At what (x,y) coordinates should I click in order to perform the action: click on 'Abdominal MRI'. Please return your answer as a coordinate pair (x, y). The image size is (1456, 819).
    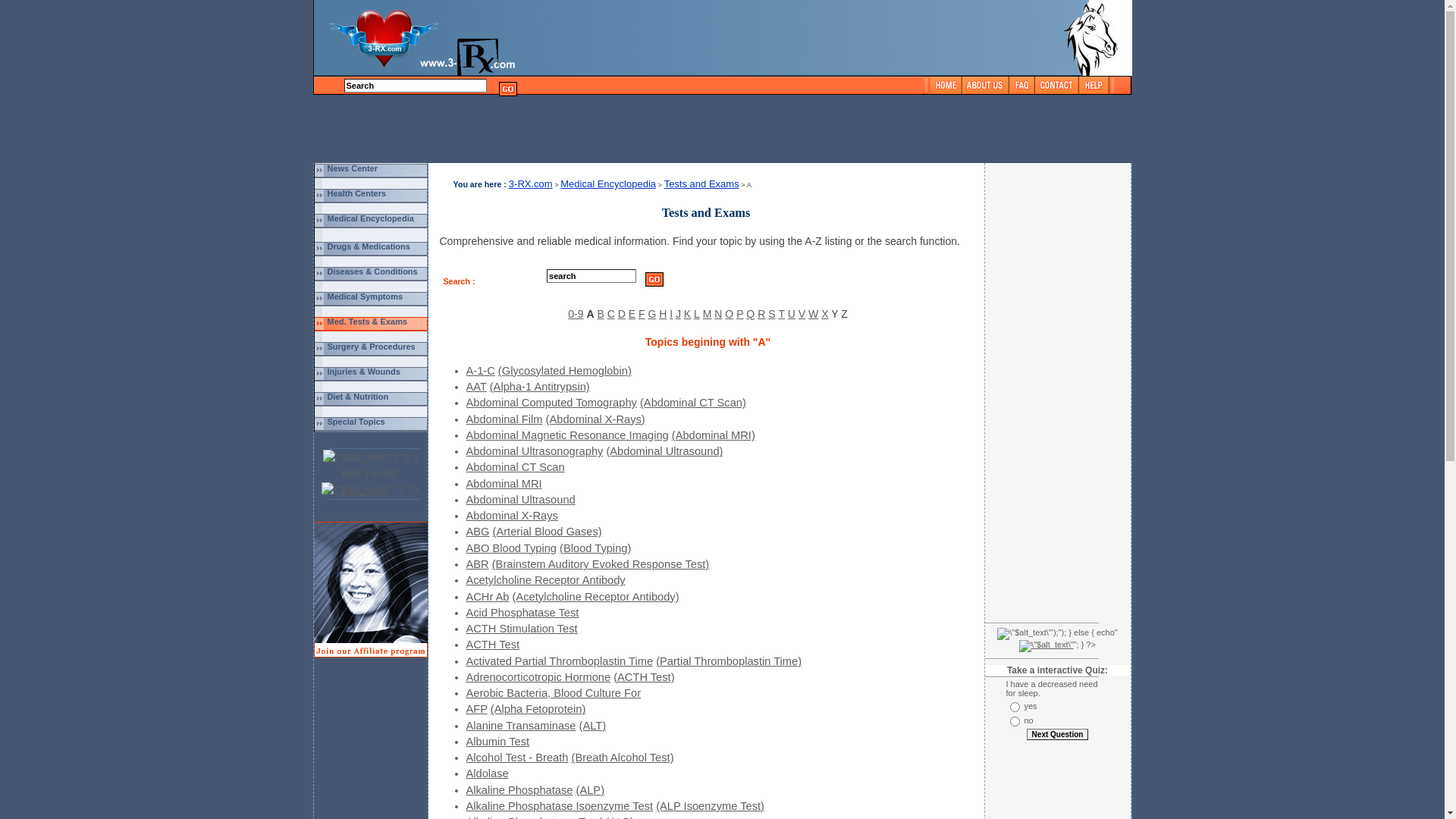
    Looking at the image, I should click on (503, 483).